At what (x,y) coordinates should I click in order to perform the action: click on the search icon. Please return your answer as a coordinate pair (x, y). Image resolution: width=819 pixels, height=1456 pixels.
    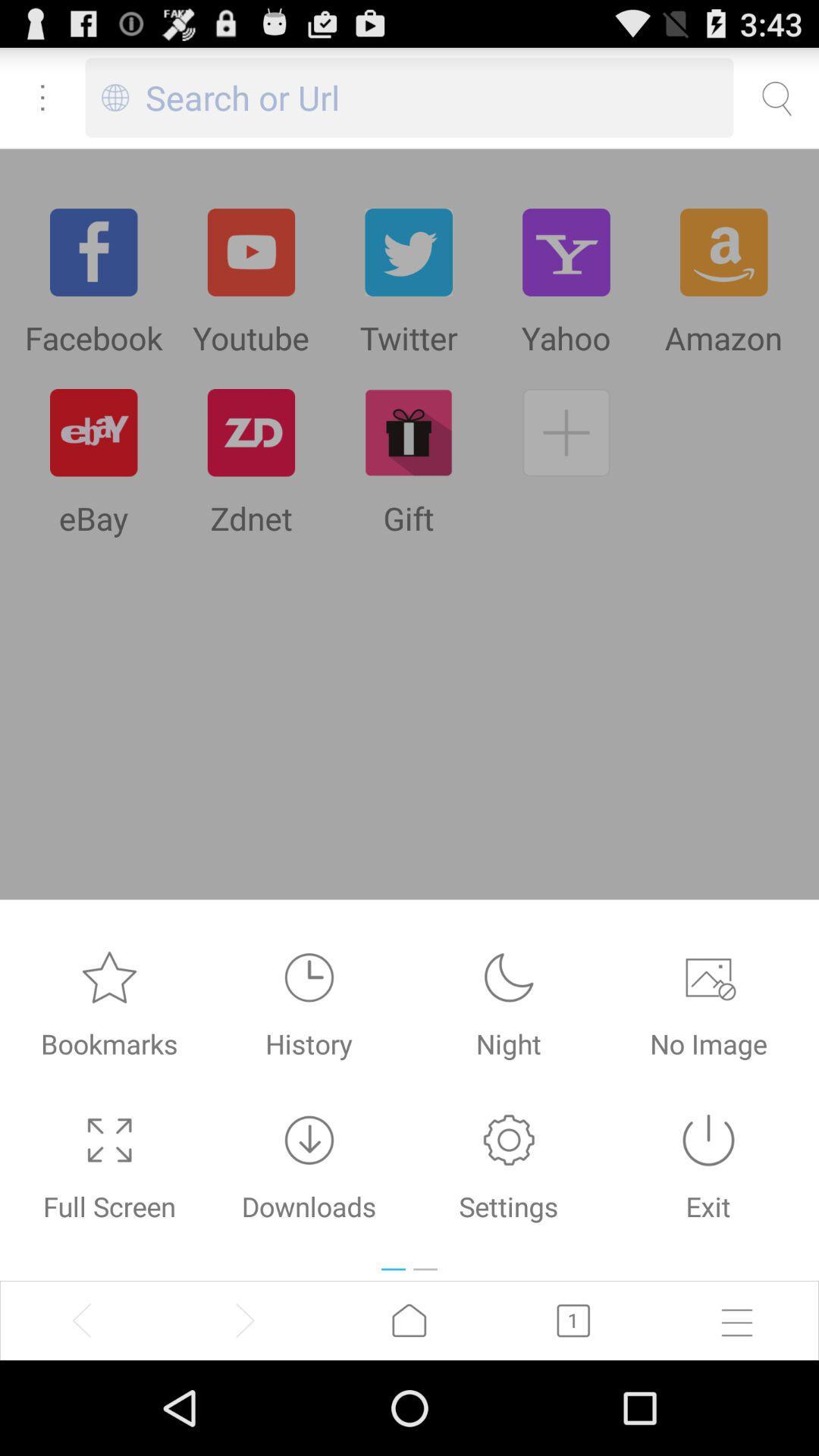
    Looking at the image, I should click on (776, 104).